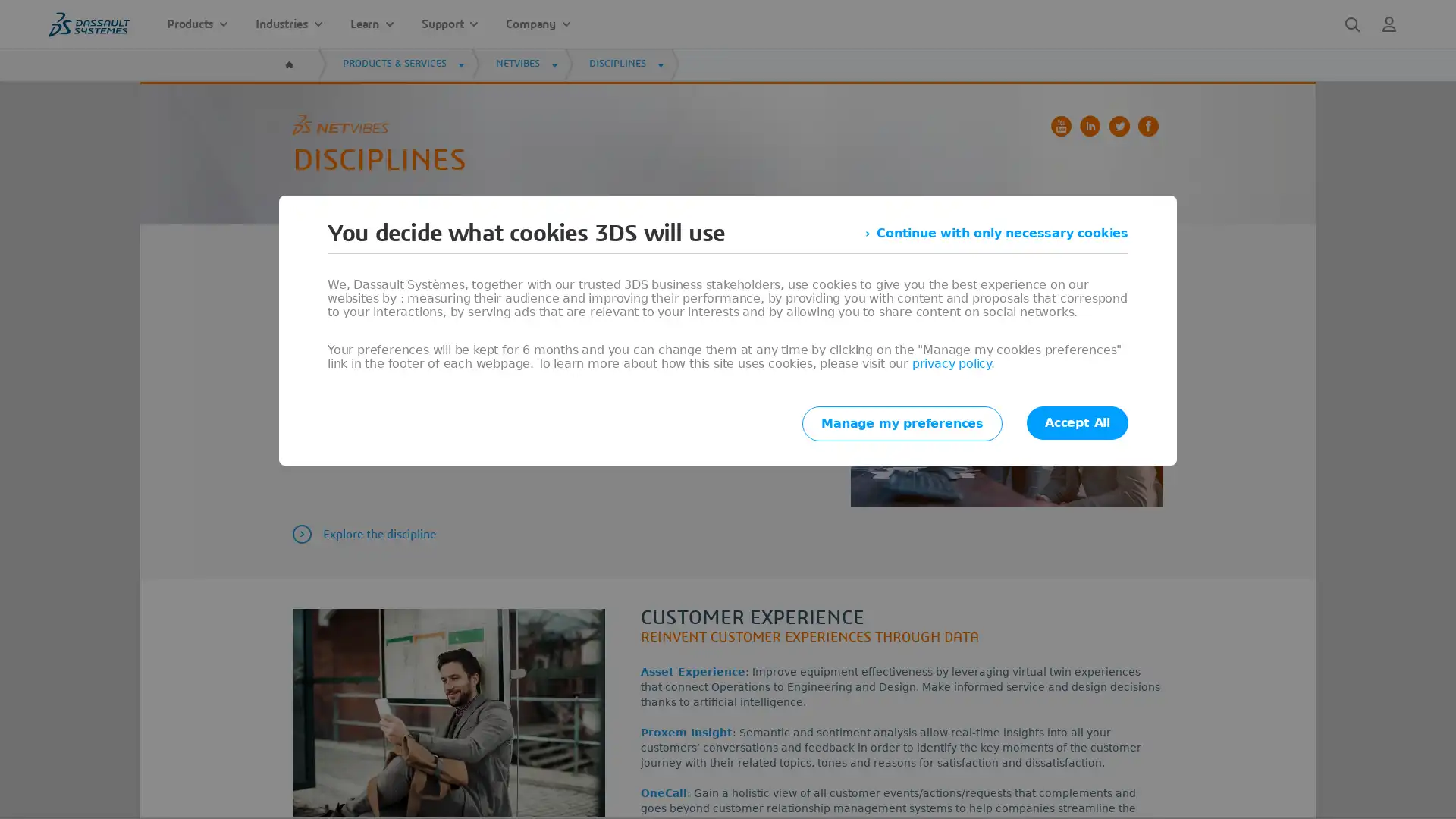  What do you see at coordinates (996, 234) in the screenshot?
I see `Continue with only necessary cookies` at bounding box center [996, 234].